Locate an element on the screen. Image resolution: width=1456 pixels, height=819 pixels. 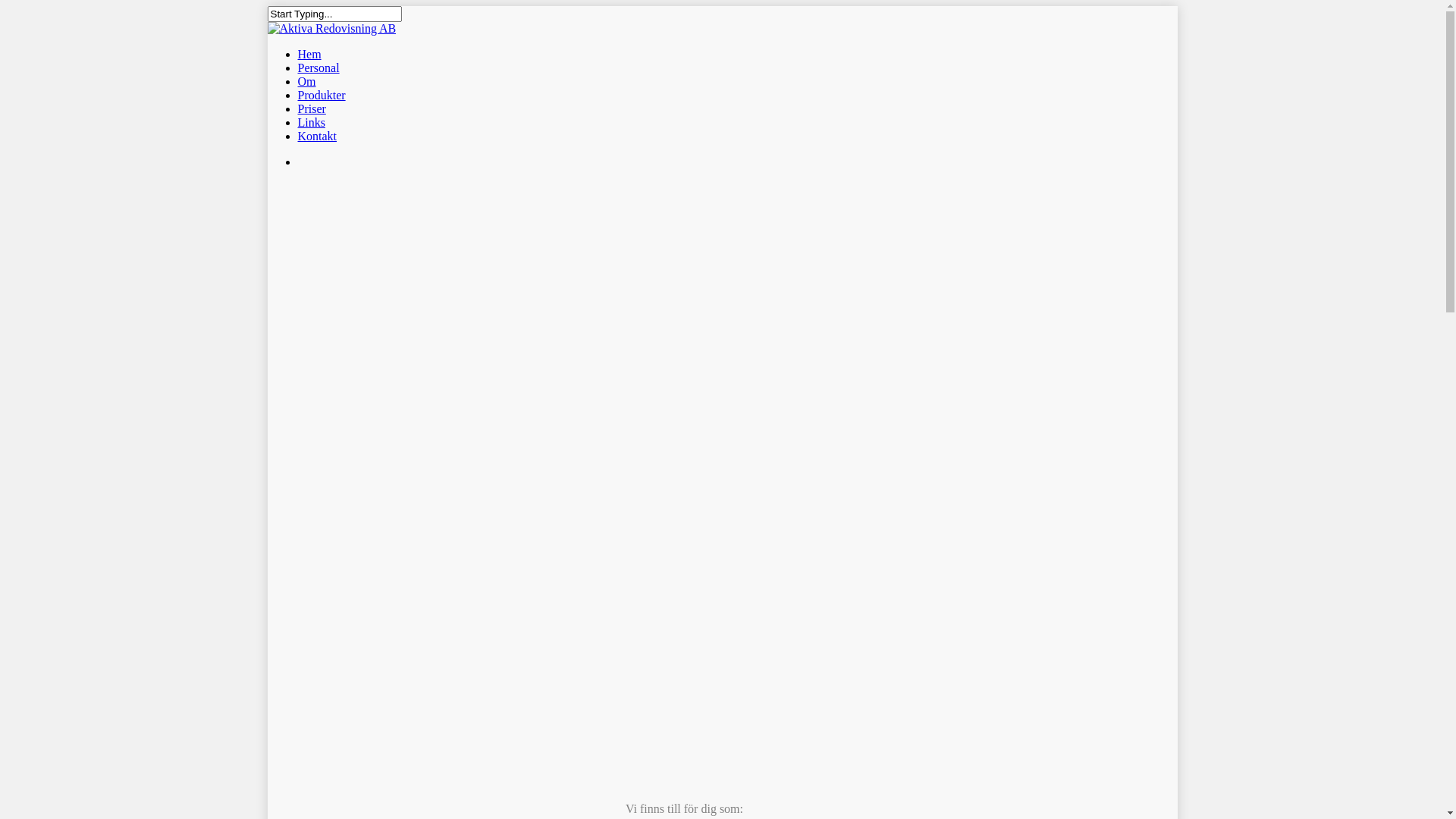
'Om' is located at coordinates (305, 81).